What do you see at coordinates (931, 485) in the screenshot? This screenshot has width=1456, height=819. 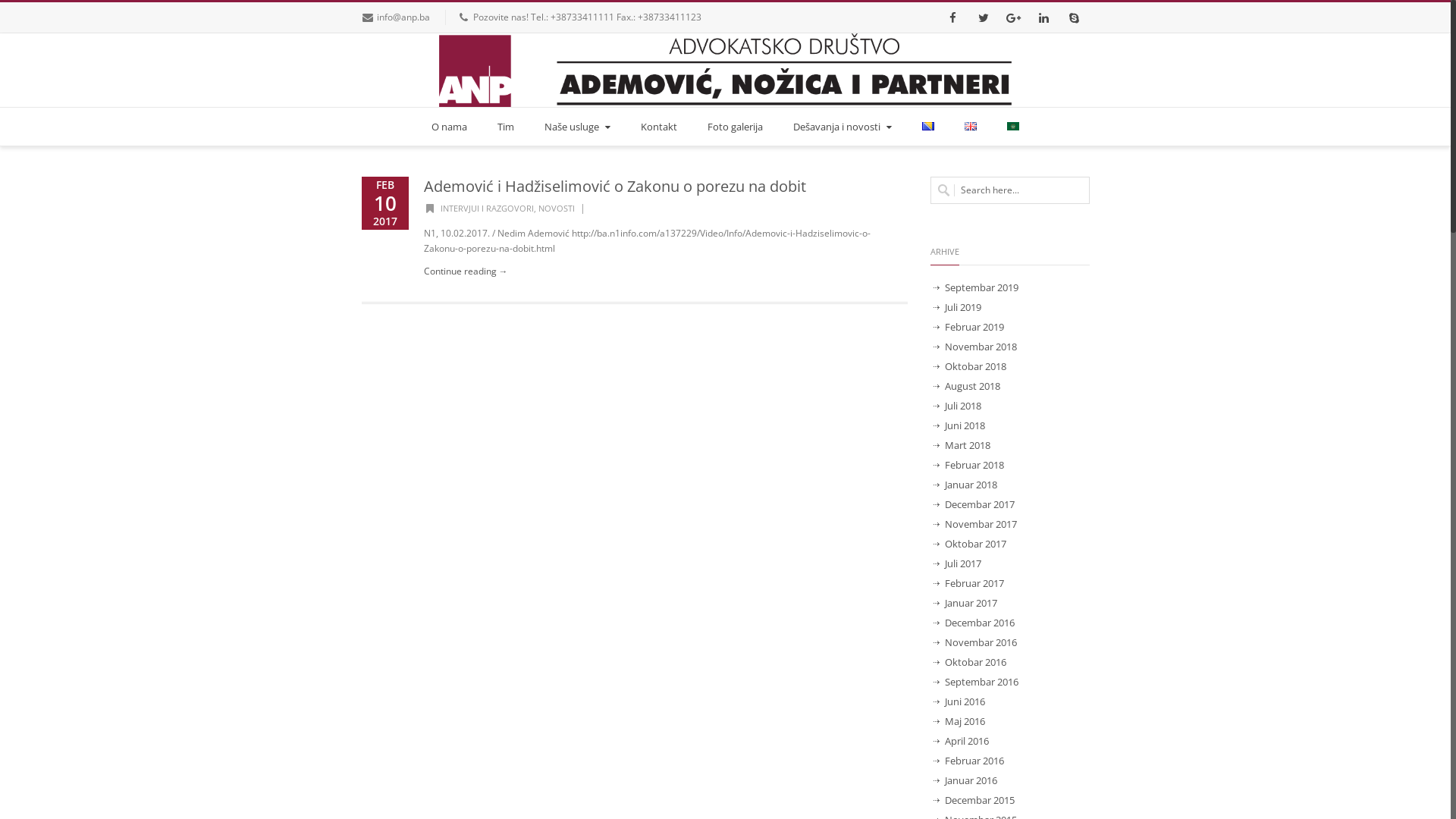 I see `'Januar 2018'` at bounding box center [931, 485].